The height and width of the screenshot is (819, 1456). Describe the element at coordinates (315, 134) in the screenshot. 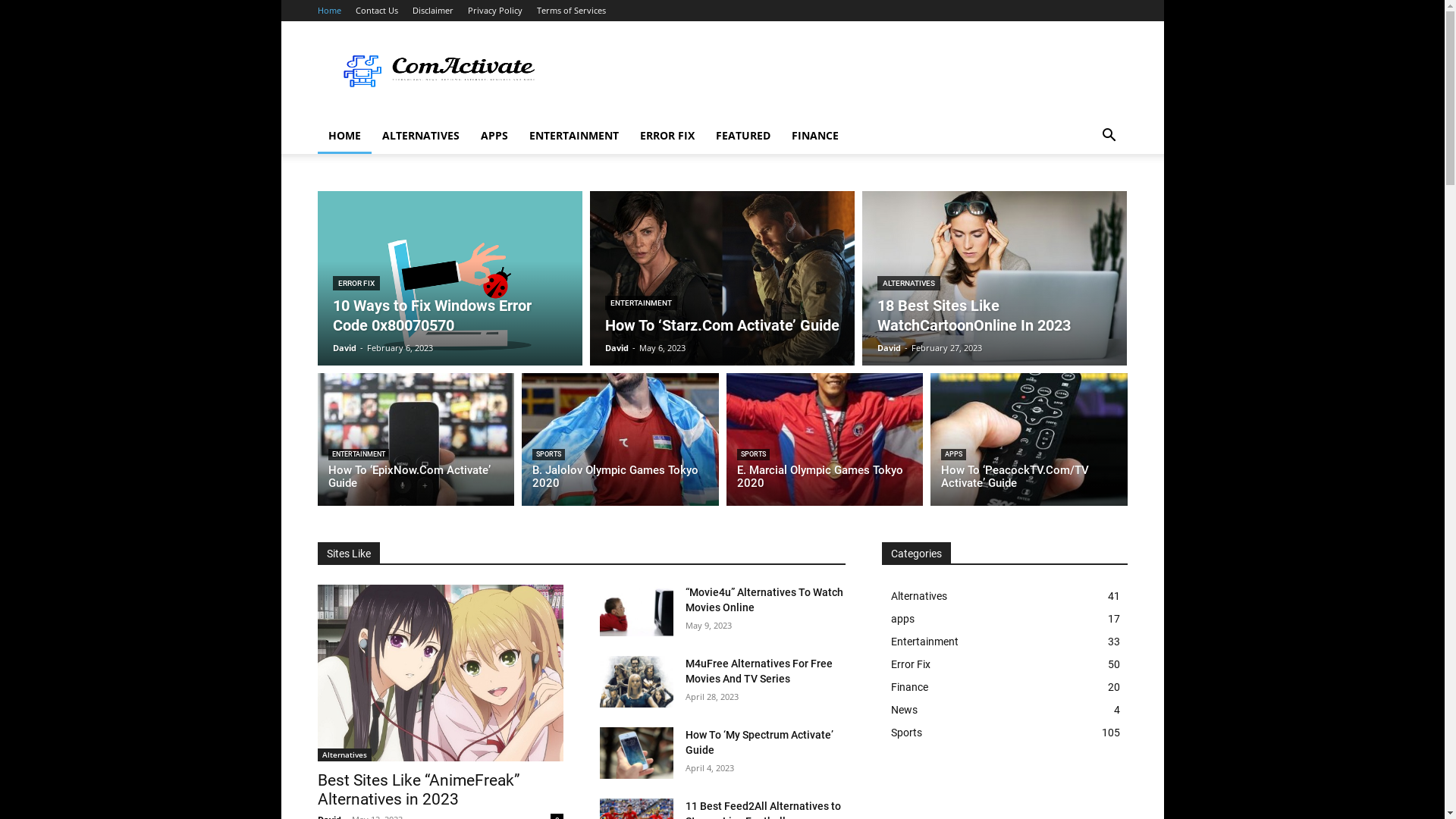

I see `'HOME'` at that location.